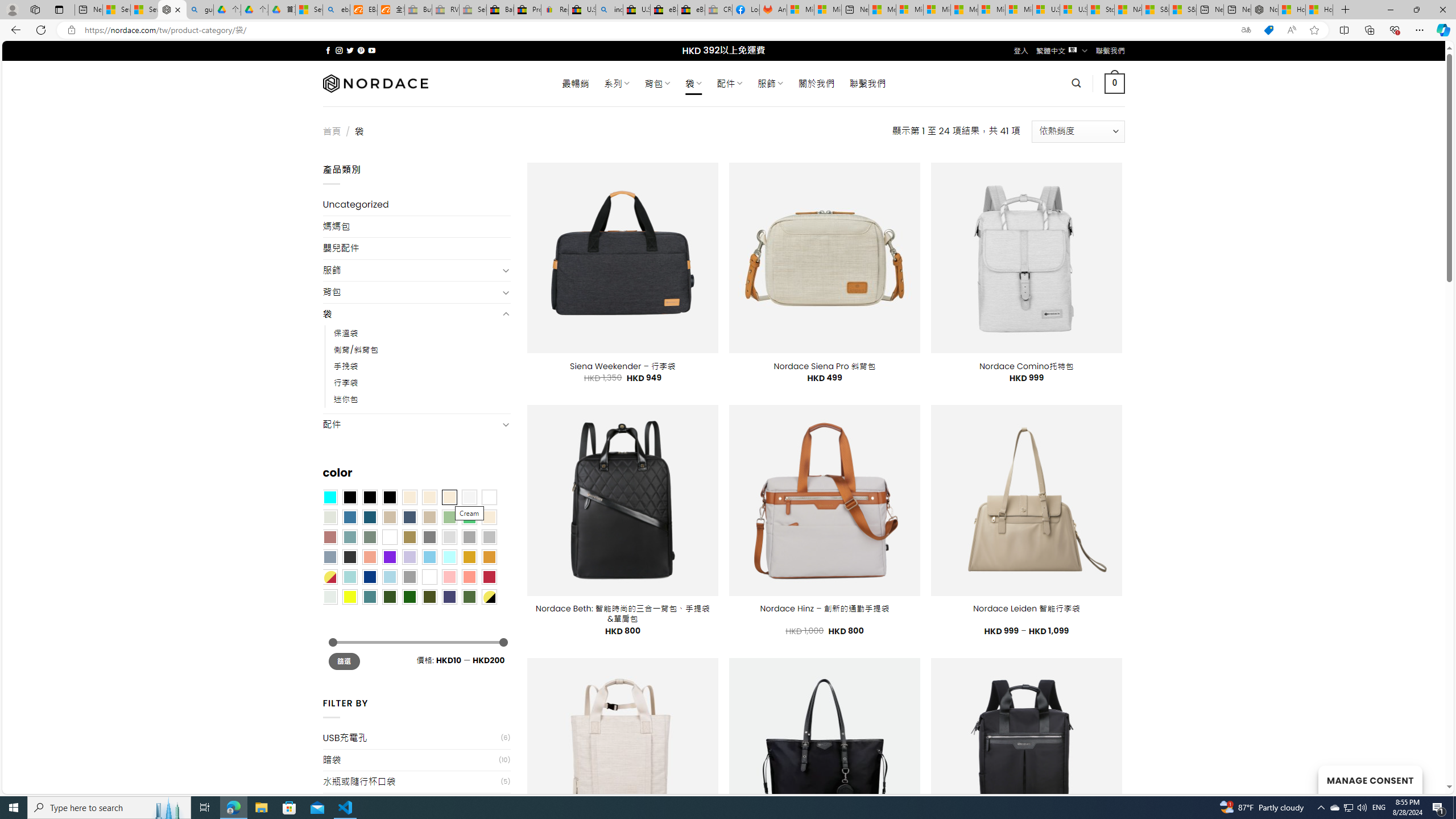  What do you see at coordinates (371, 50) in the screenshot?
I see `'Follow on YouTube'` at bounding box center [371, 50].